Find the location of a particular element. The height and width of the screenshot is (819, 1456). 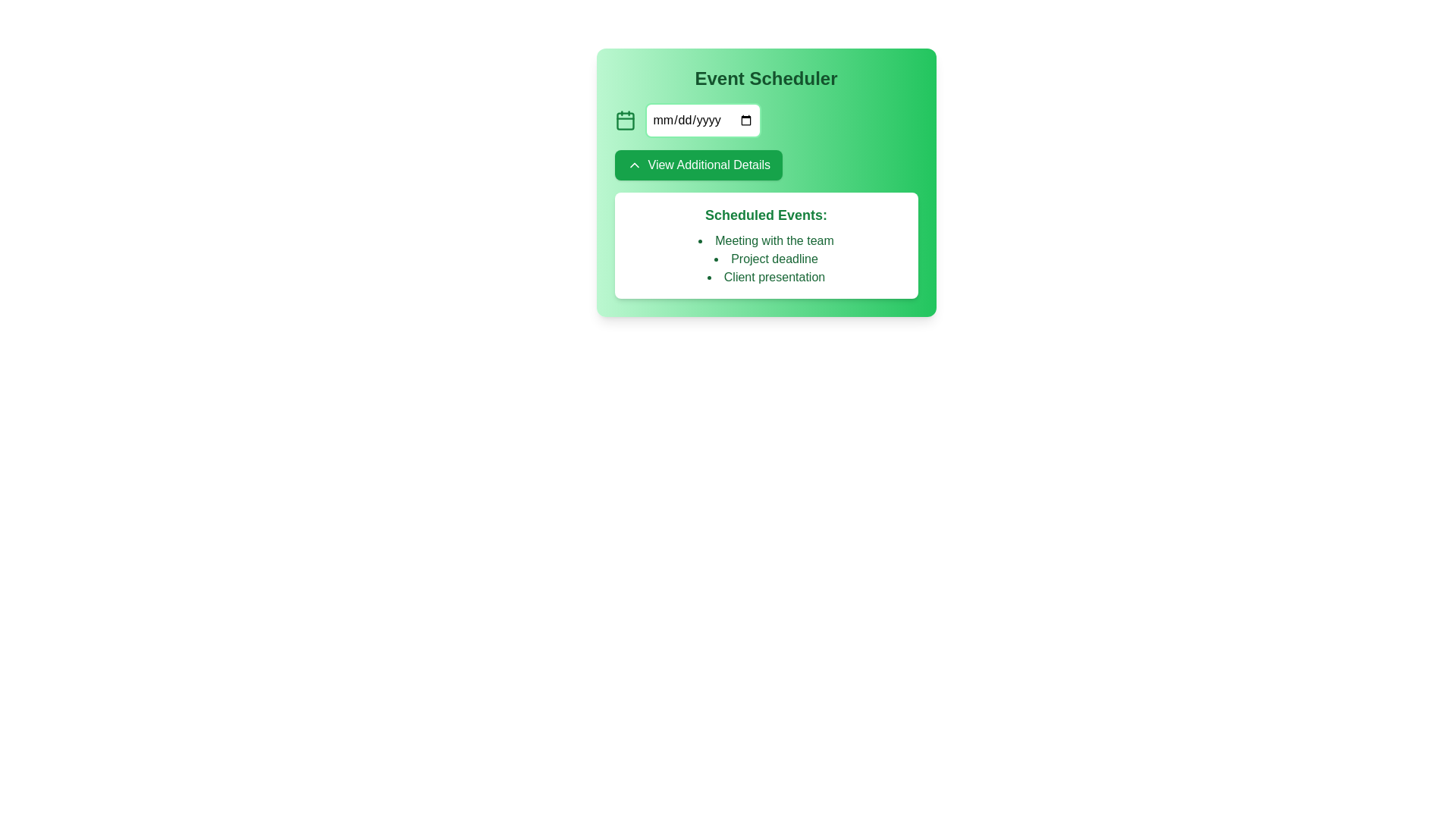

the text label indicating 'Project deadline' within the green-toned card interface under 'Scheduled Events' is located at coordinates (766, 259).